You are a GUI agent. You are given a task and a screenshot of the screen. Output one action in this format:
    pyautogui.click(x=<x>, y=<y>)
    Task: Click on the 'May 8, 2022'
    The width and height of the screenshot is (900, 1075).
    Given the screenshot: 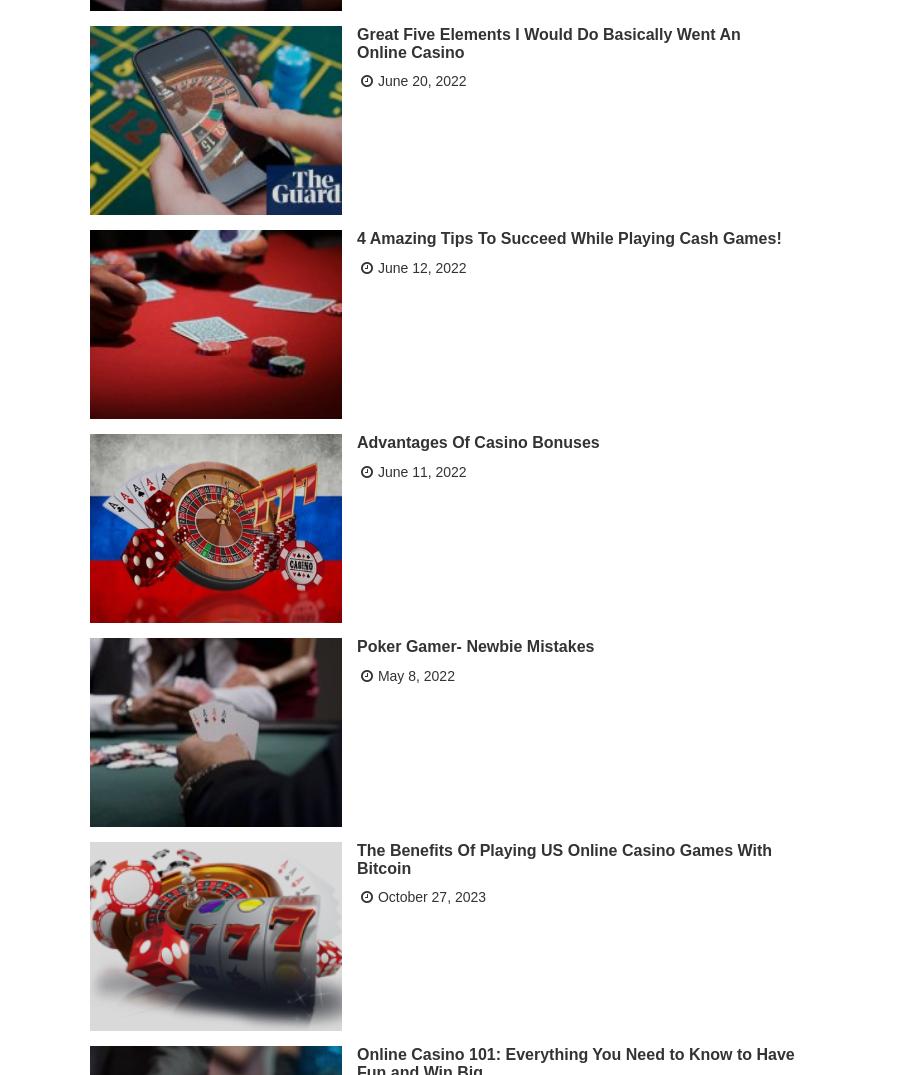 What is the action you would take?
    pyautogui.click(x=415, y=674)
    